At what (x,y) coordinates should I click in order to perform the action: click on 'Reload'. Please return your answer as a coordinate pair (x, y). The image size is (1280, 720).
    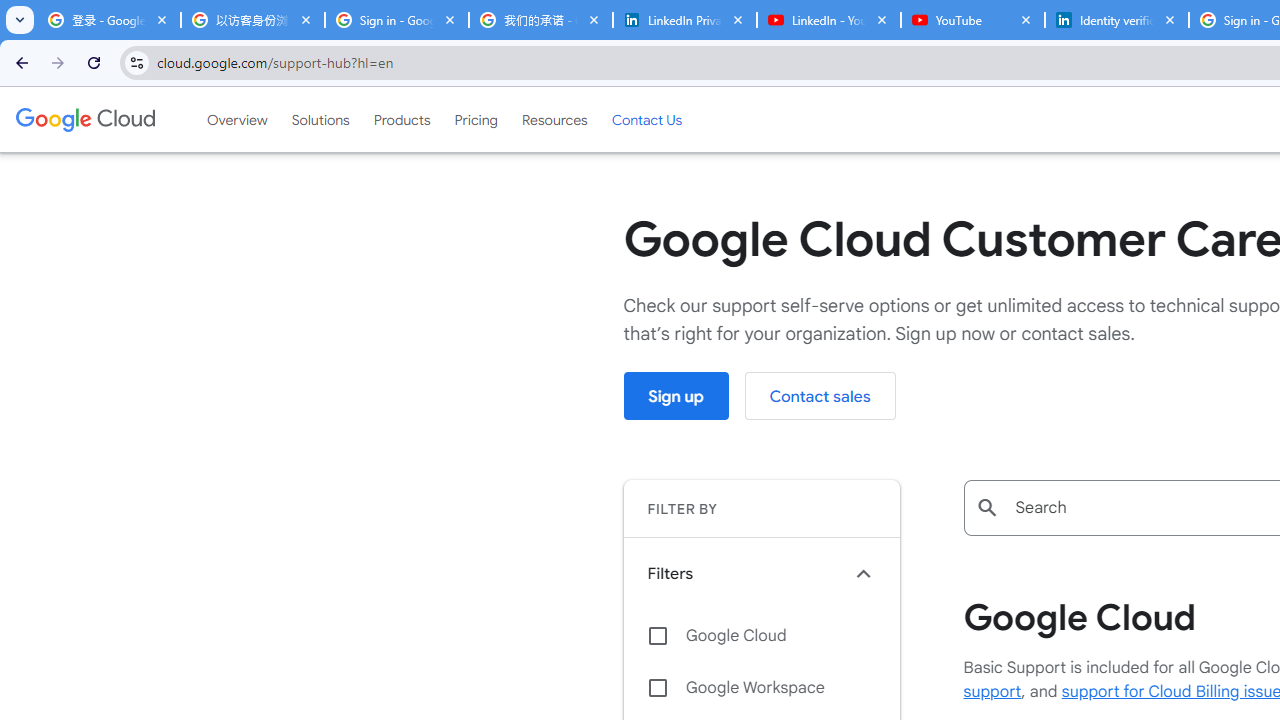
    Looking at the image, I should click on (93, 61).